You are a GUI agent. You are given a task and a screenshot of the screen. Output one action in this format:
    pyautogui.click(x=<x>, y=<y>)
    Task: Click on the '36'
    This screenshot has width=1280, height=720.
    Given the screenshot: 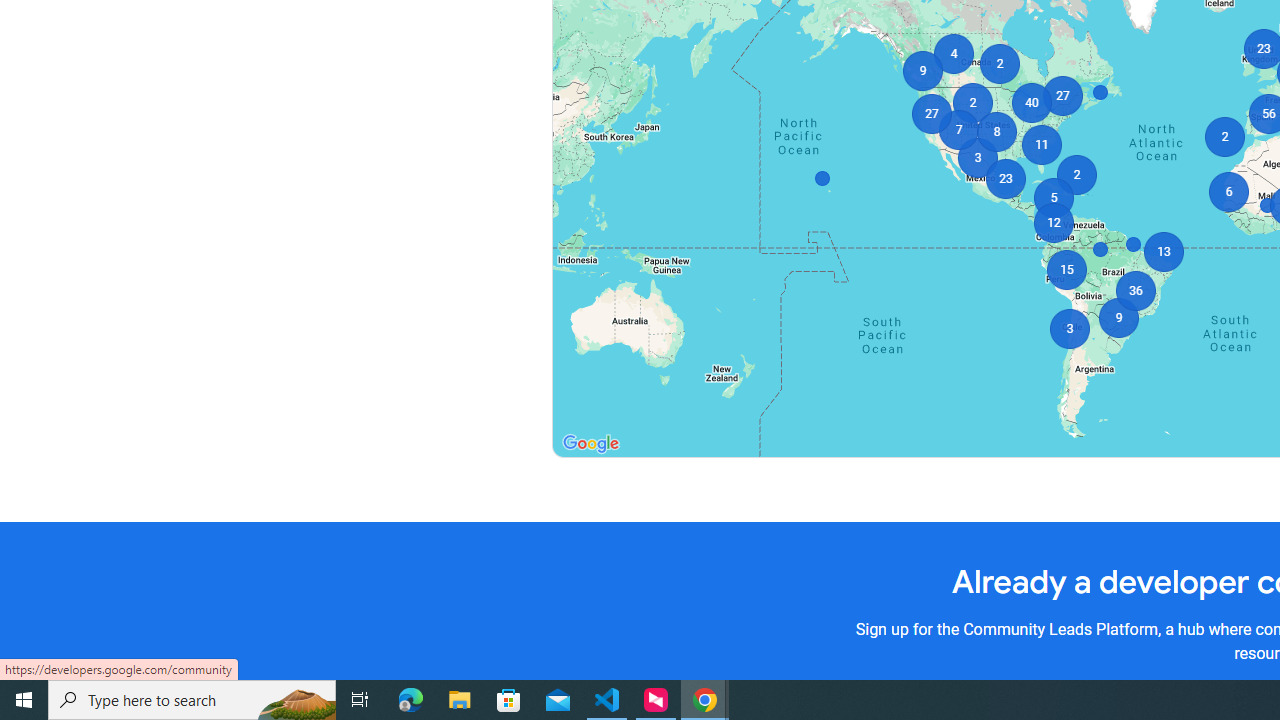 What is the action you would take?
    pyautogui.click(x=1135, y=290)
    